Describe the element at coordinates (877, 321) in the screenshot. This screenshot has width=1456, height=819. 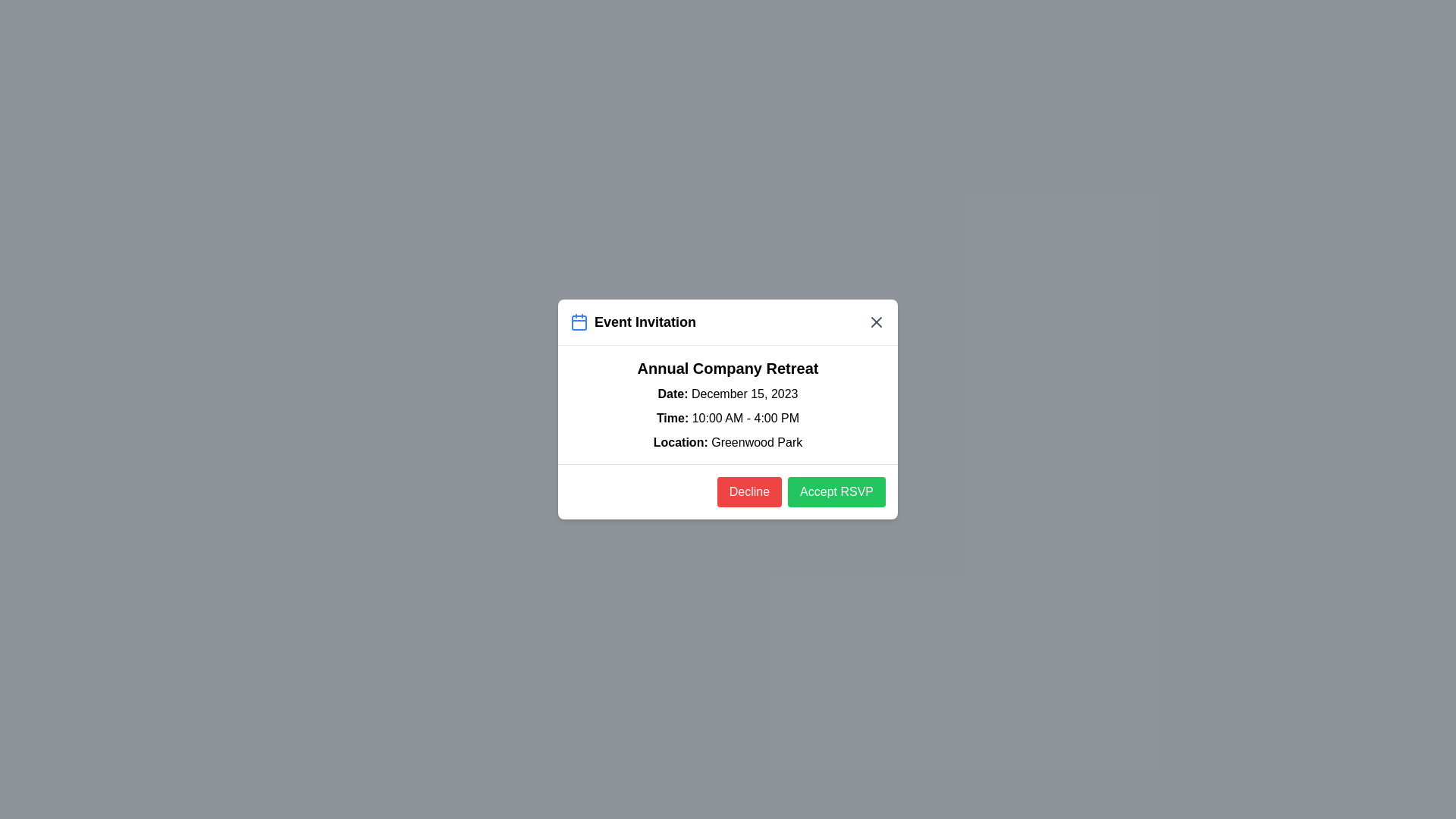
I see `the diagonal line icon segment that is part of the close button located at the top-right corner of the event invitation modal` at that location.